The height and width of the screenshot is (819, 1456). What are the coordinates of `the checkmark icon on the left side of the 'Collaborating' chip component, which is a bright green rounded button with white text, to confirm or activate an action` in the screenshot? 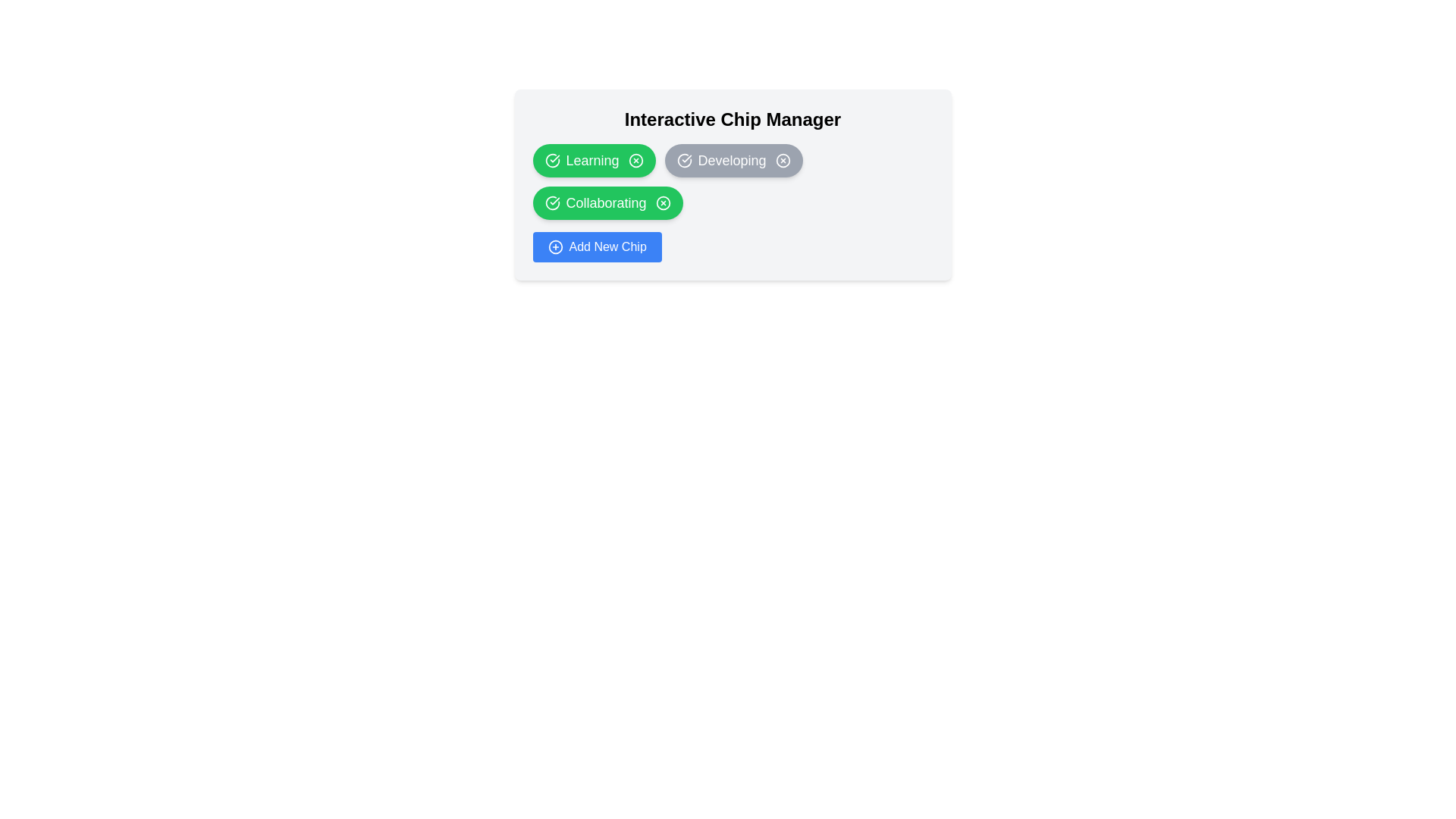 It's located at (607, 202).